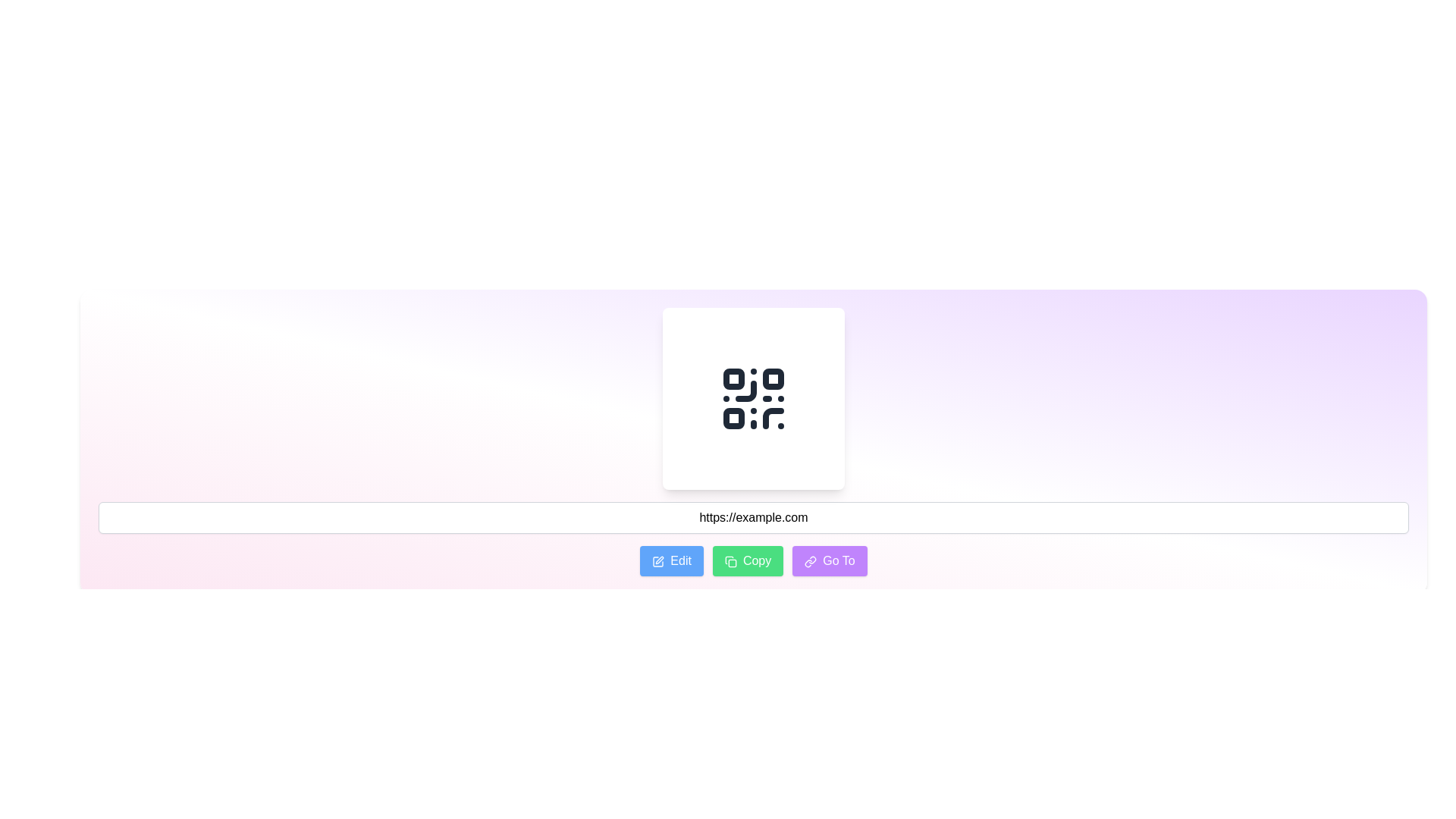 This screenshot has width=1456, height=819. What do you see at coordinates (658, 561) in the screenshot?
I see `the editing functionality Icon within the 'Edit' button located in the lower left corner of the interface` at bounding box center [658, 561].